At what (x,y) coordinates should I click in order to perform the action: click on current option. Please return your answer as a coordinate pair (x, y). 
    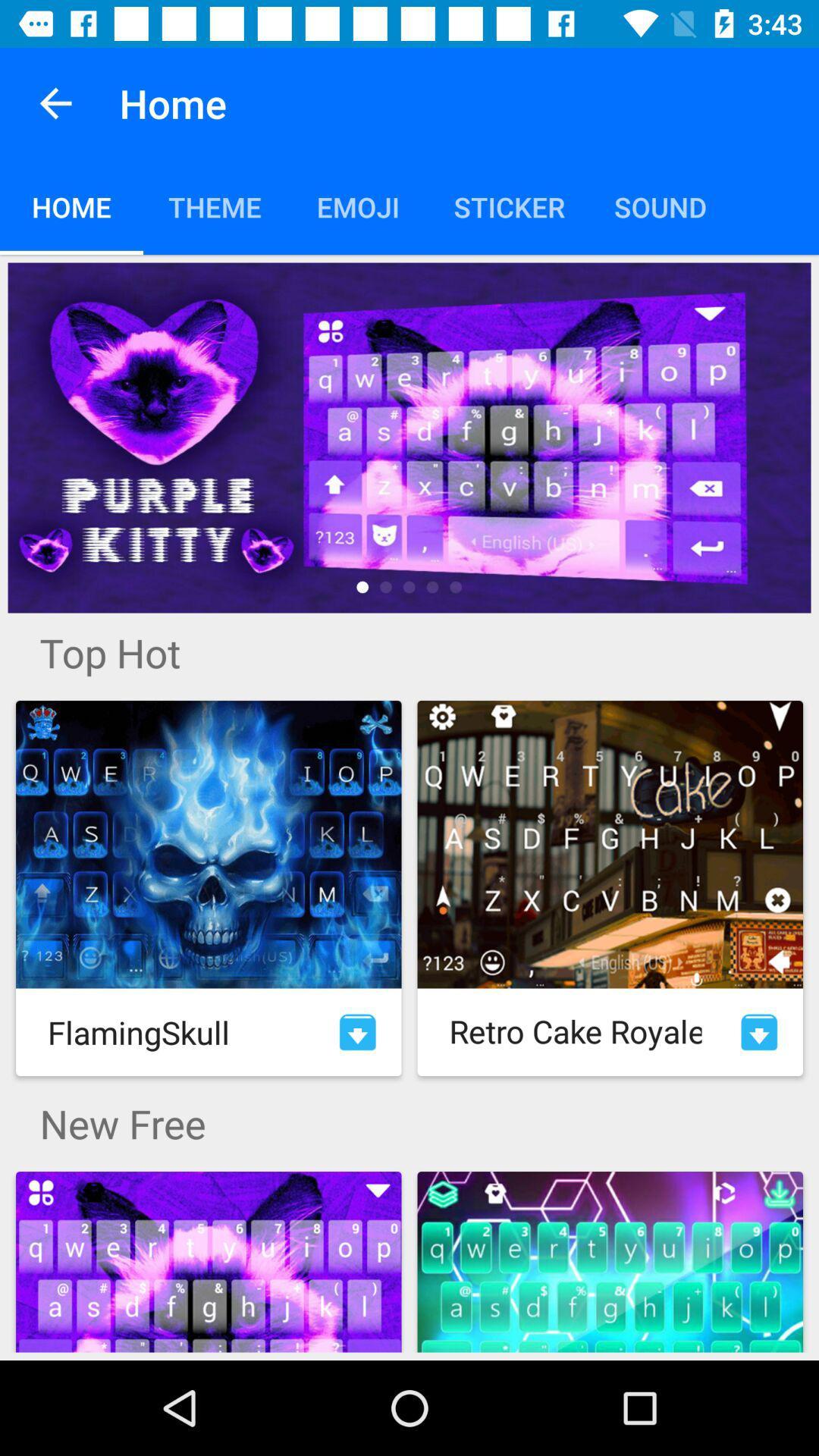
    Looking at the image, I should click on (409, 437).